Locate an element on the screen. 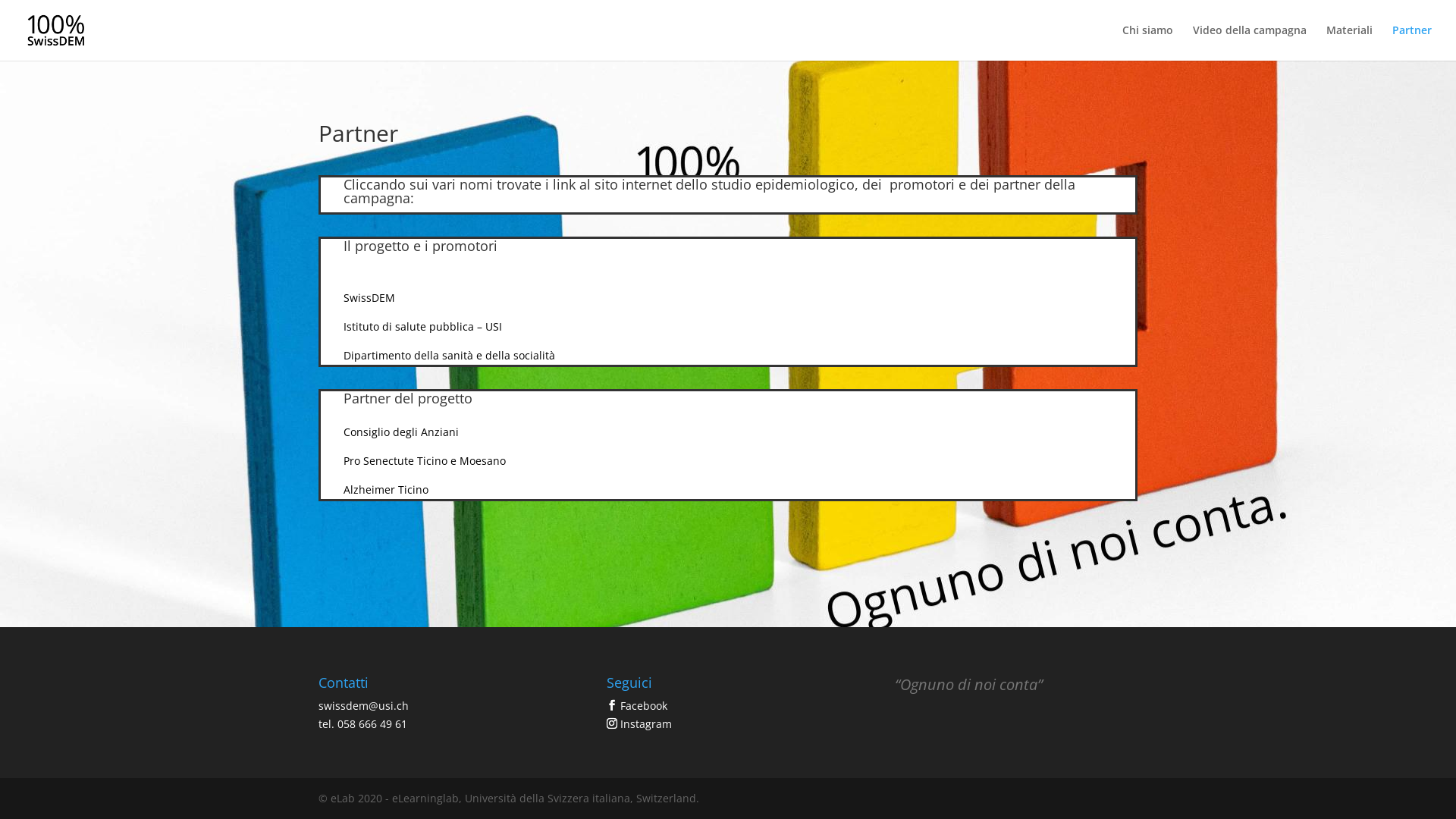 Image resolution: width=1456 pixels, height=819 pixels. 'Consiglio degli Anziani' is located at coordinates (400, 431).